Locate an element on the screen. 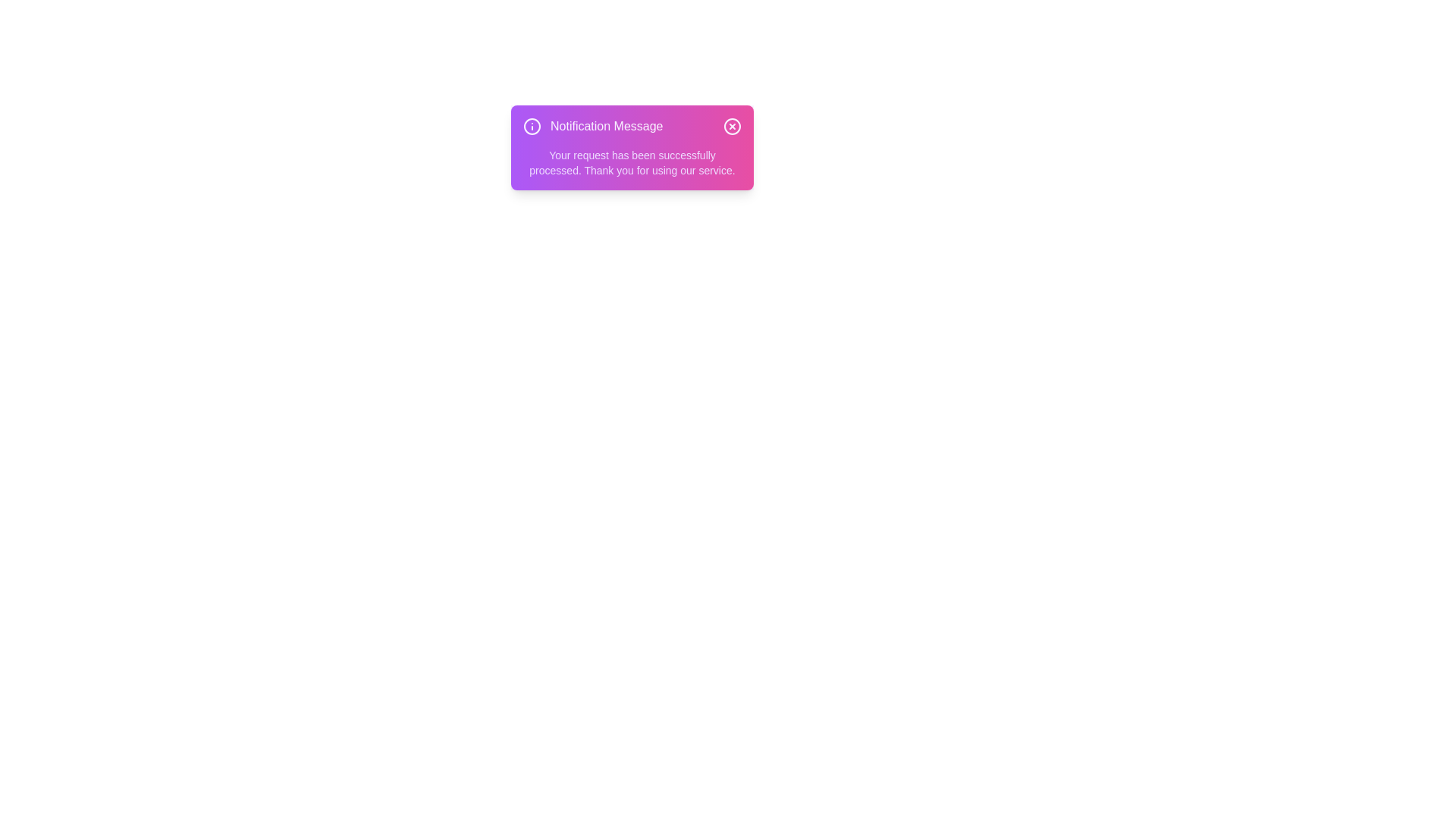  the close button located at the far right of the notification bar is located at coordinates (732, 125).